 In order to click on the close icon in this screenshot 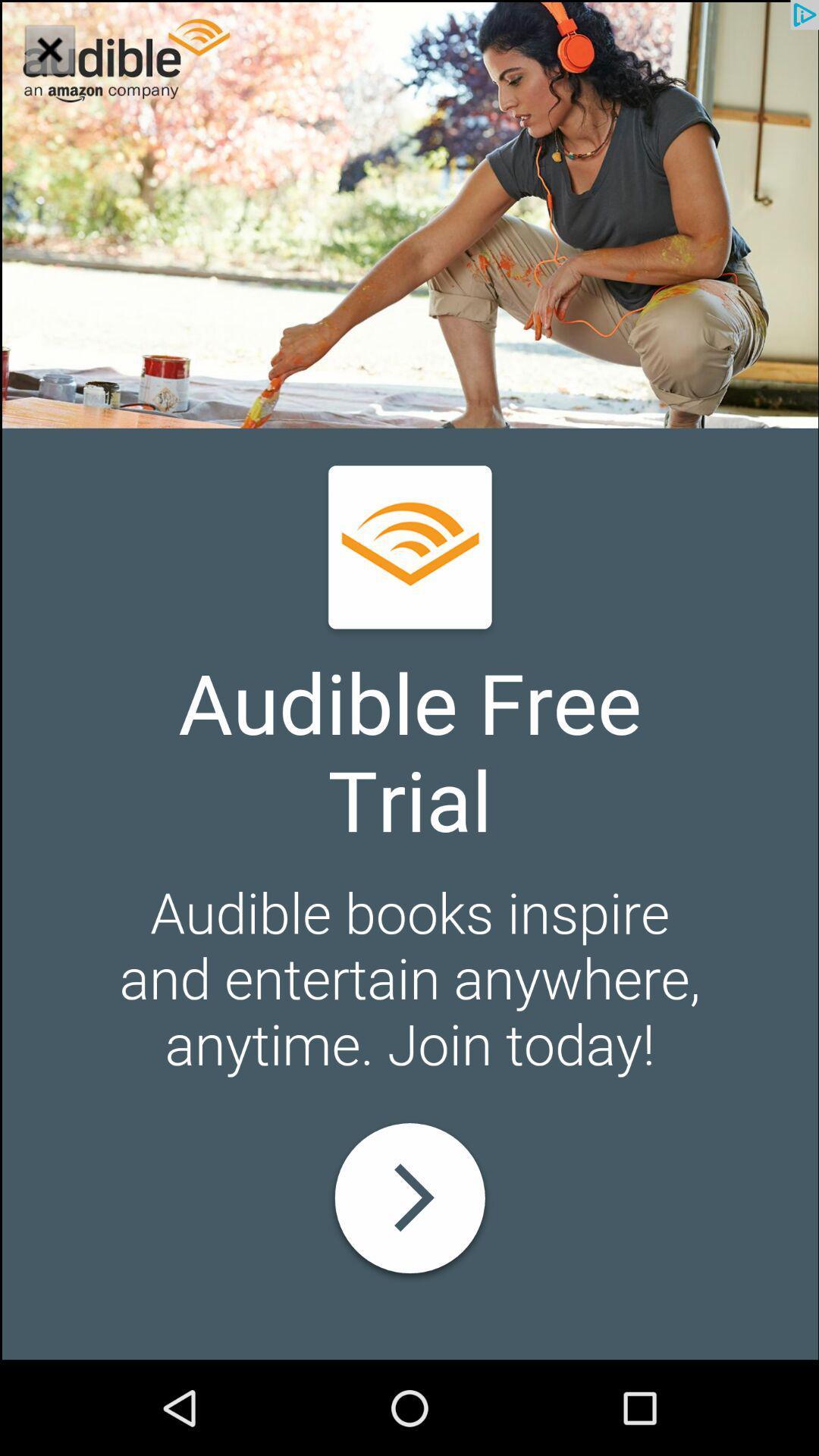, I will do `click(49, 53)`.